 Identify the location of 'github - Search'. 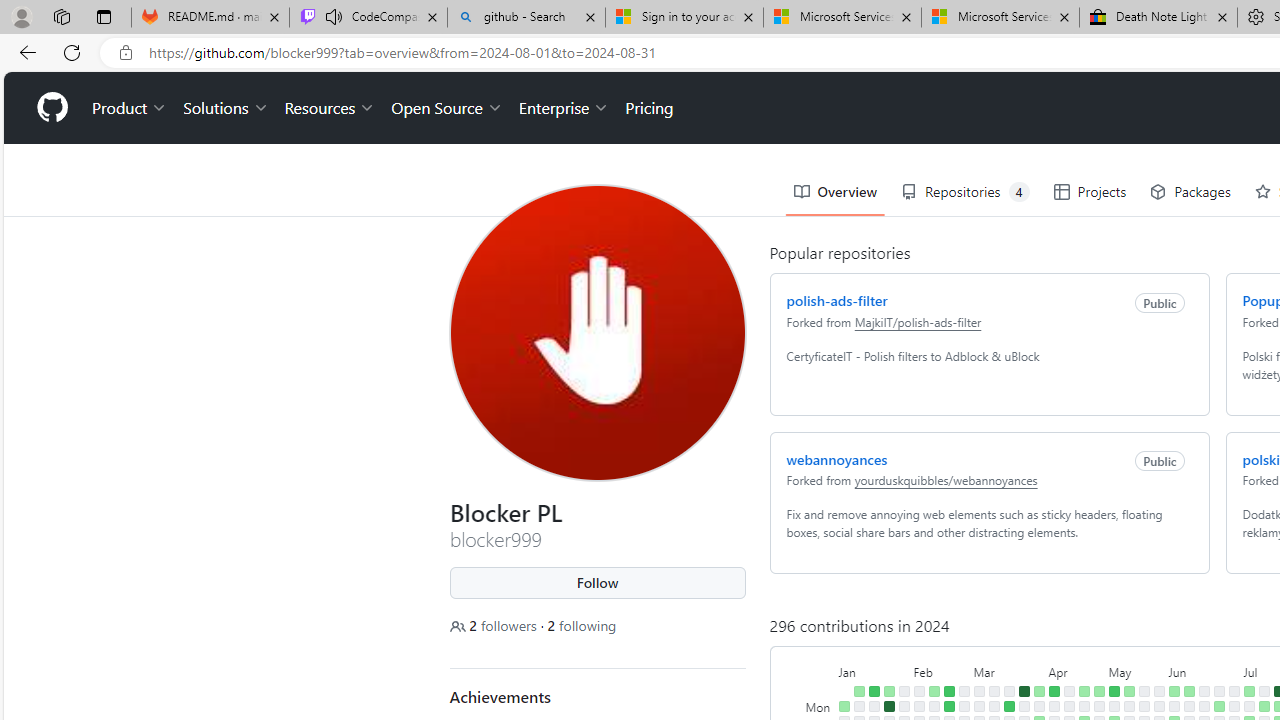
(526, 17).